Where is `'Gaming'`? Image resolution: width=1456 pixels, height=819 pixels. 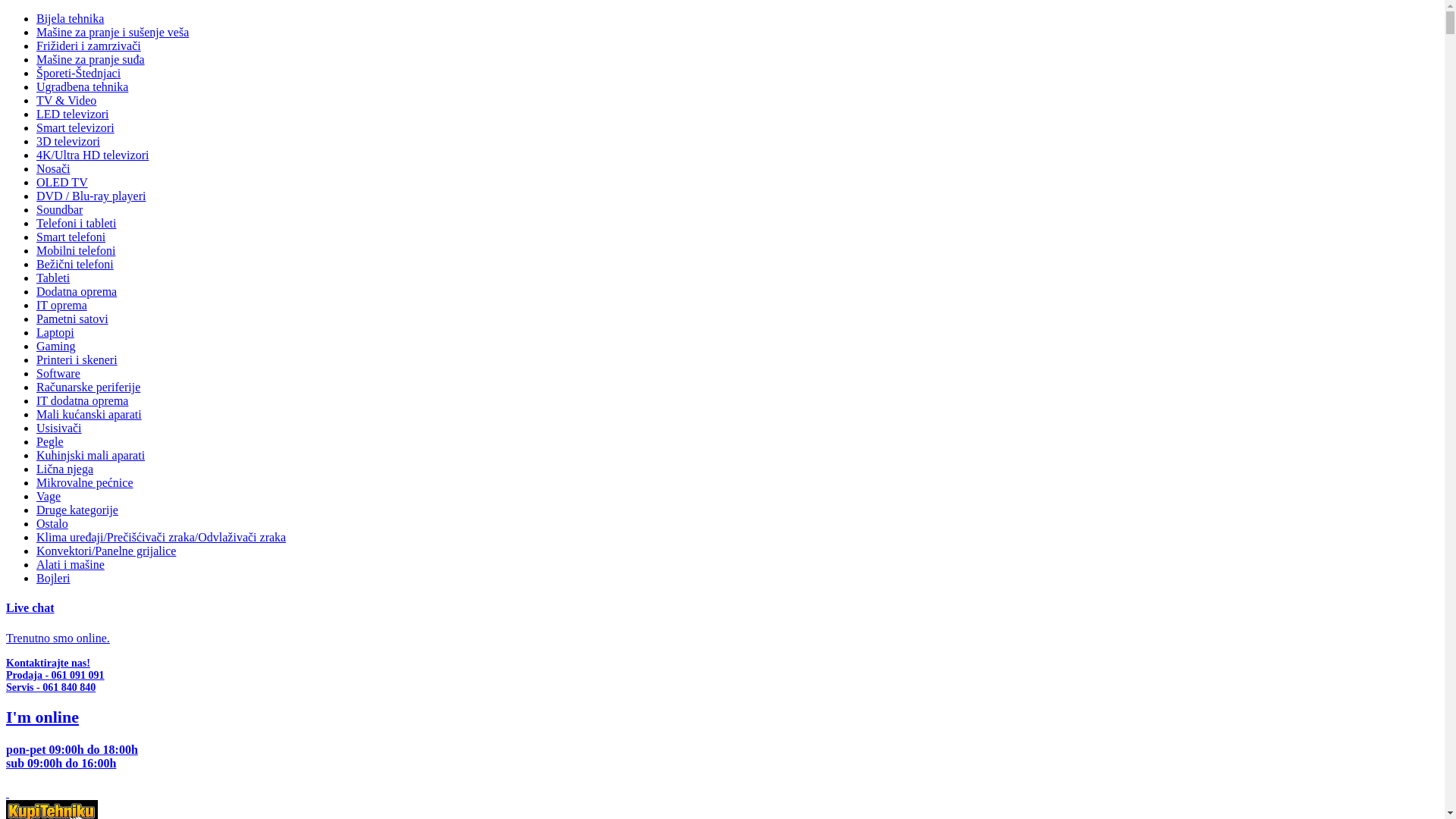 'Gaming' is located at coordinates (55, 346).